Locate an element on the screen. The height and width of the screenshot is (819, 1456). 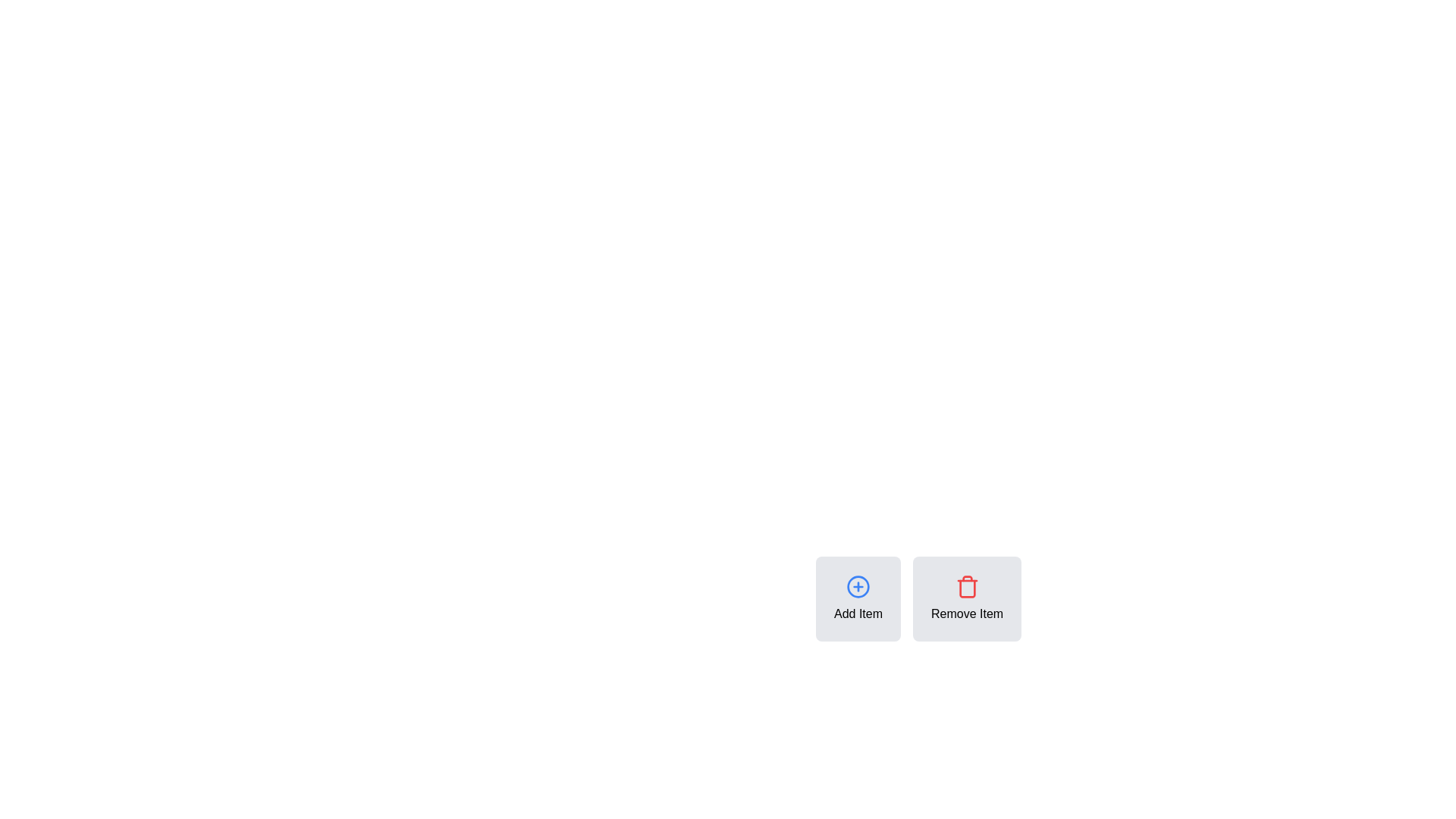
the 'Remove Item' button, which is the second button from the left in the button group, featuring a red trash icon above the text is located at coordinates (941, 598).